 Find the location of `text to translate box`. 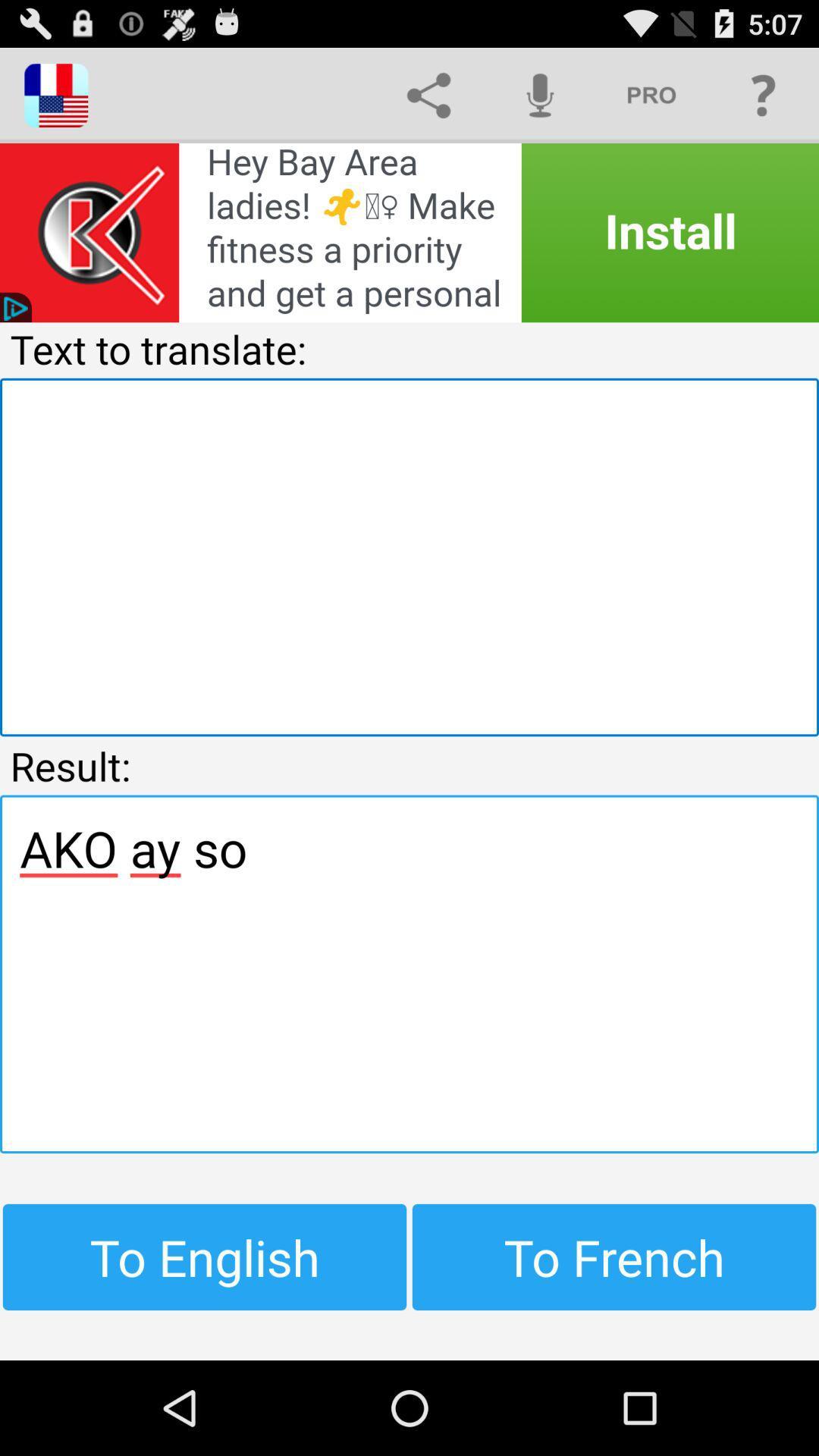

text to translate box is located at coordinates (409, 556).